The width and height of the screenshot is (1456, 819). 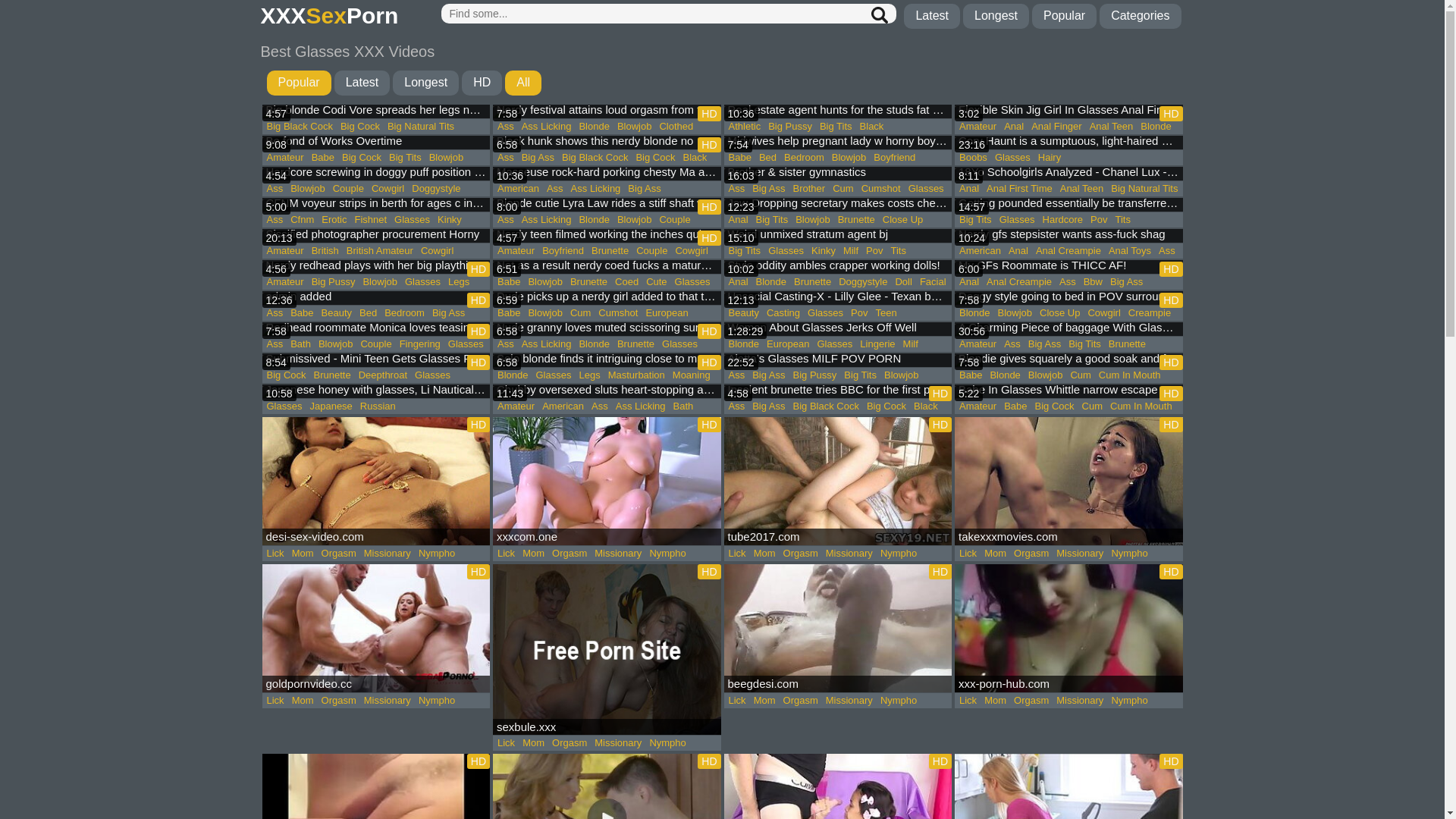 What do you see at coordinates (656, 281) in the screenshot?
I see `'Cute'` at bounding box center [656, 281].